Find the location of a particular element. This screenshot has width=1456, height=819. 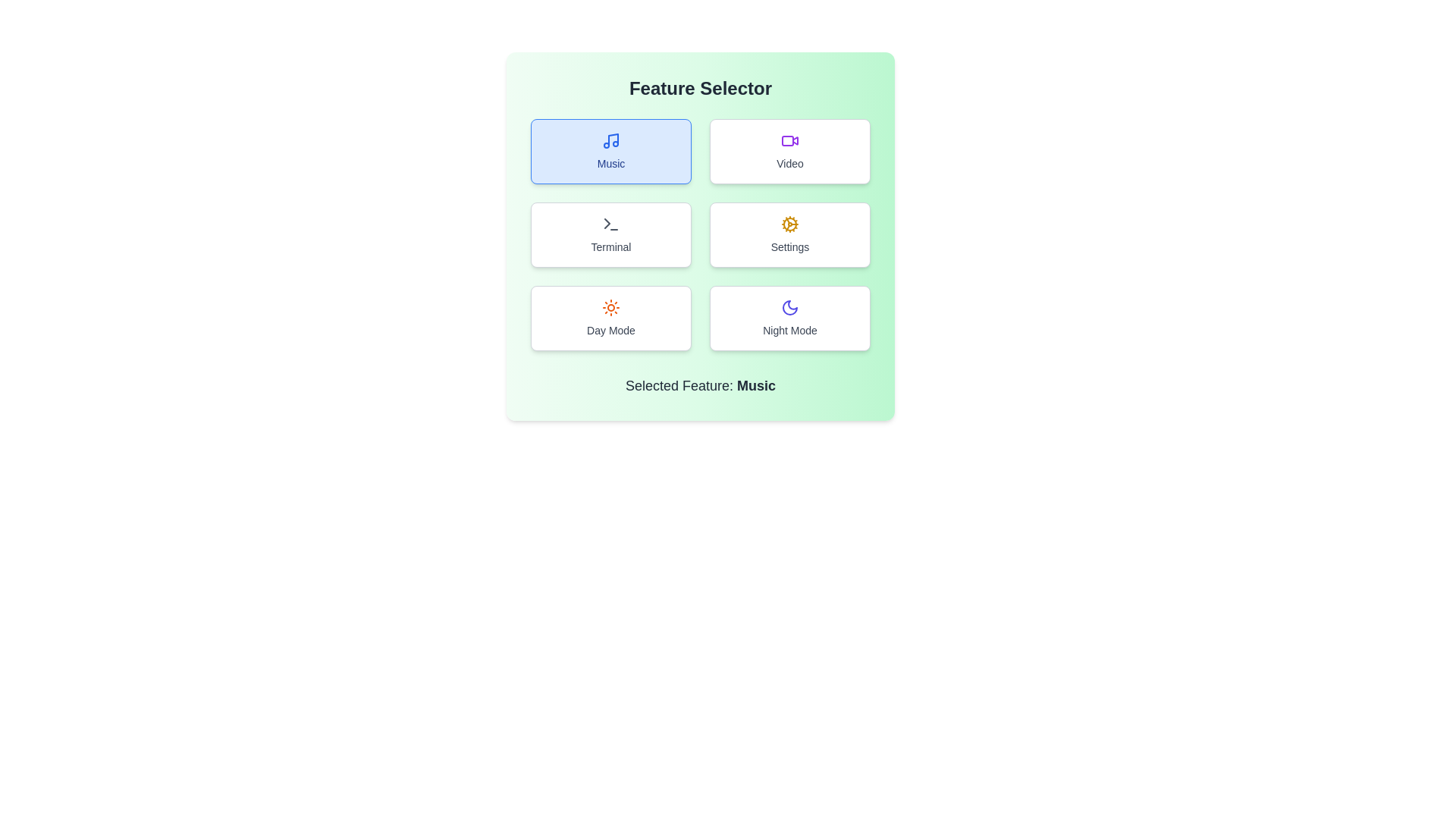

the triangle-like shape of the video camera icon located in the top-right quadrant of the grid layout, specifically at the center of the icon's play button design is located at coordinates (795, 140).